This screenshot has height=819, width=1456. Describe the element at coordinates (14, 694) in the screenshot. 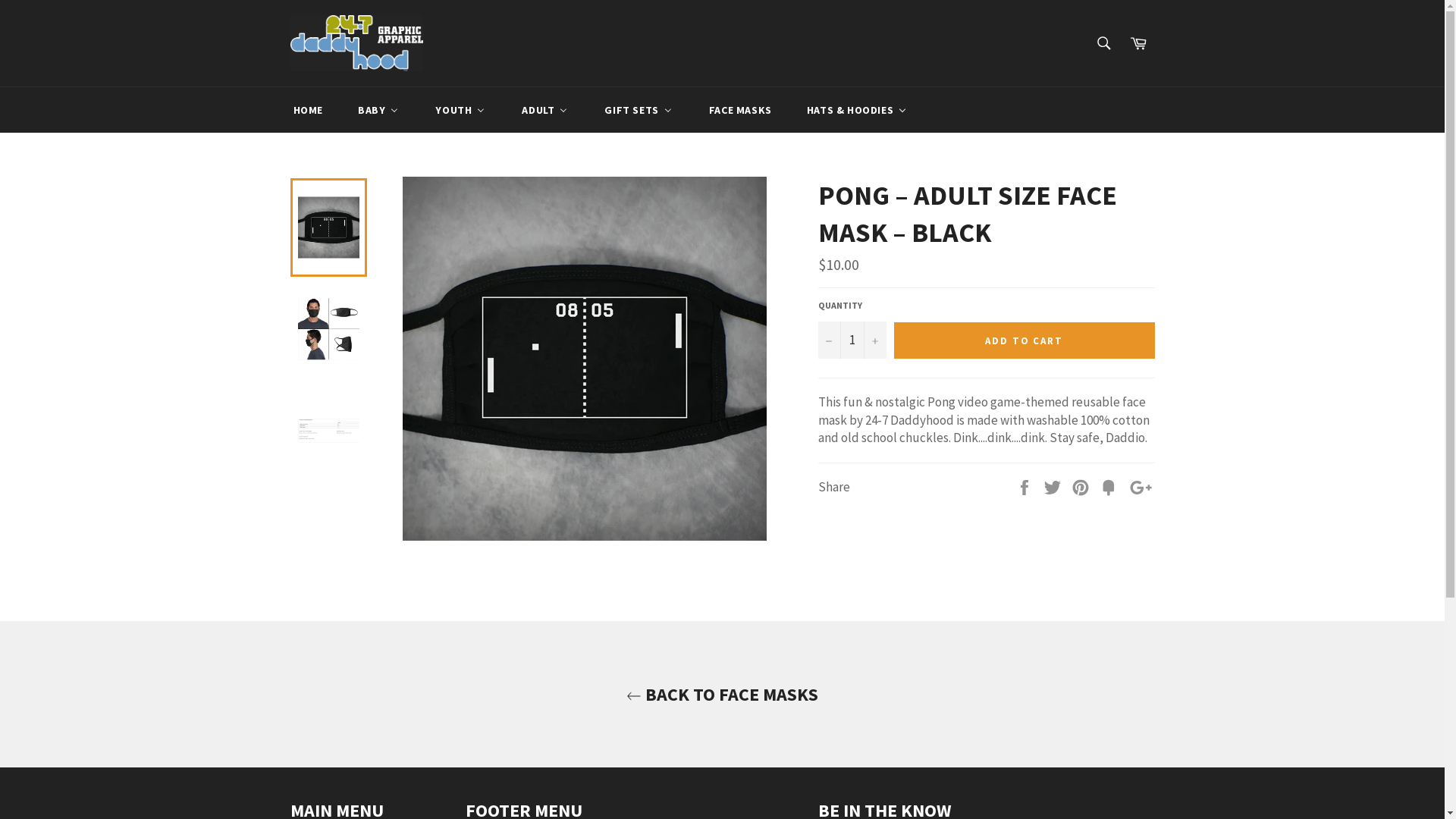

I see `'BACK TO FACE MASKS'` at that location.